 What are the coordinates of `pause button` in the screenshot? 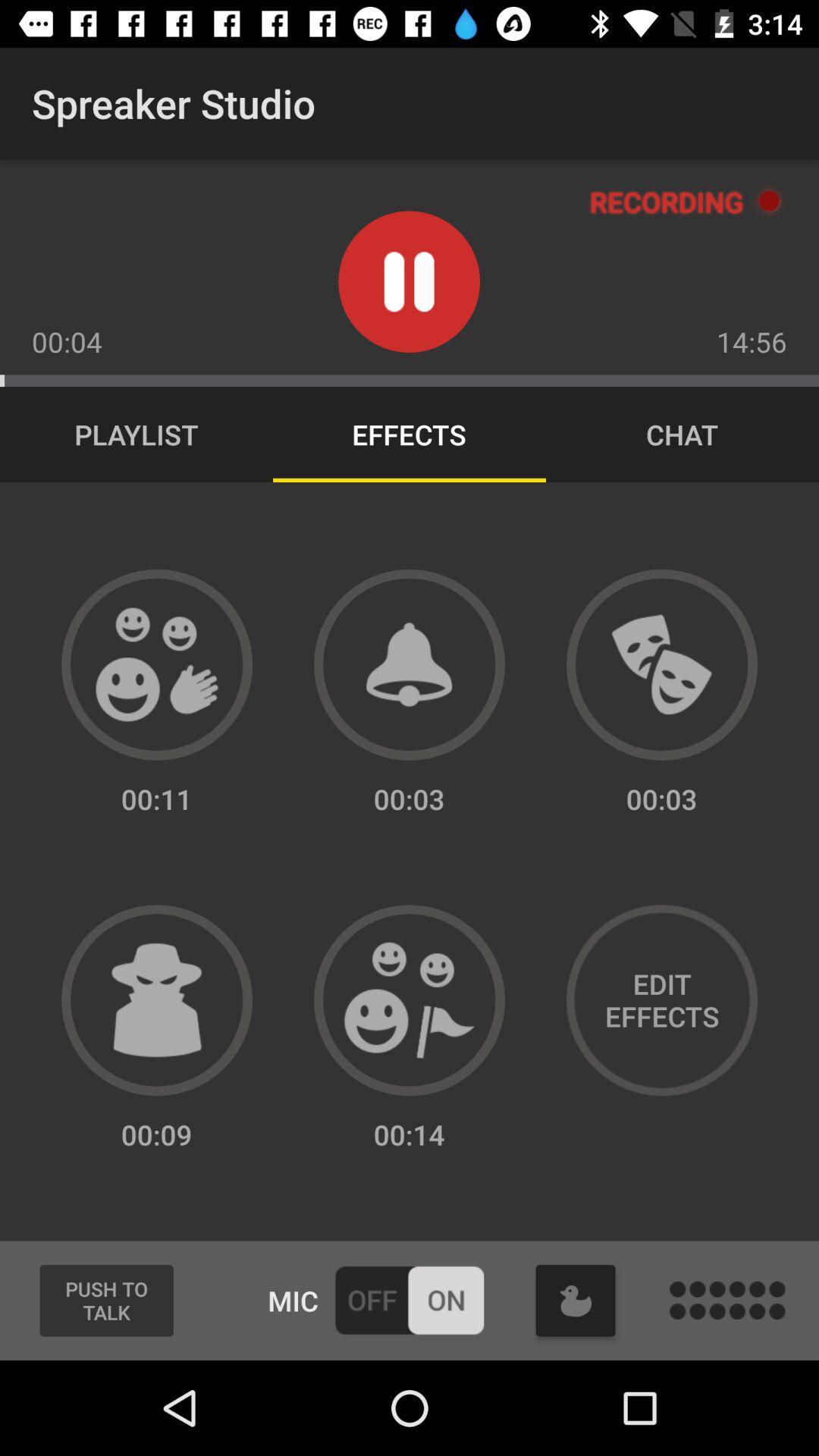 It's located at (408, 281).